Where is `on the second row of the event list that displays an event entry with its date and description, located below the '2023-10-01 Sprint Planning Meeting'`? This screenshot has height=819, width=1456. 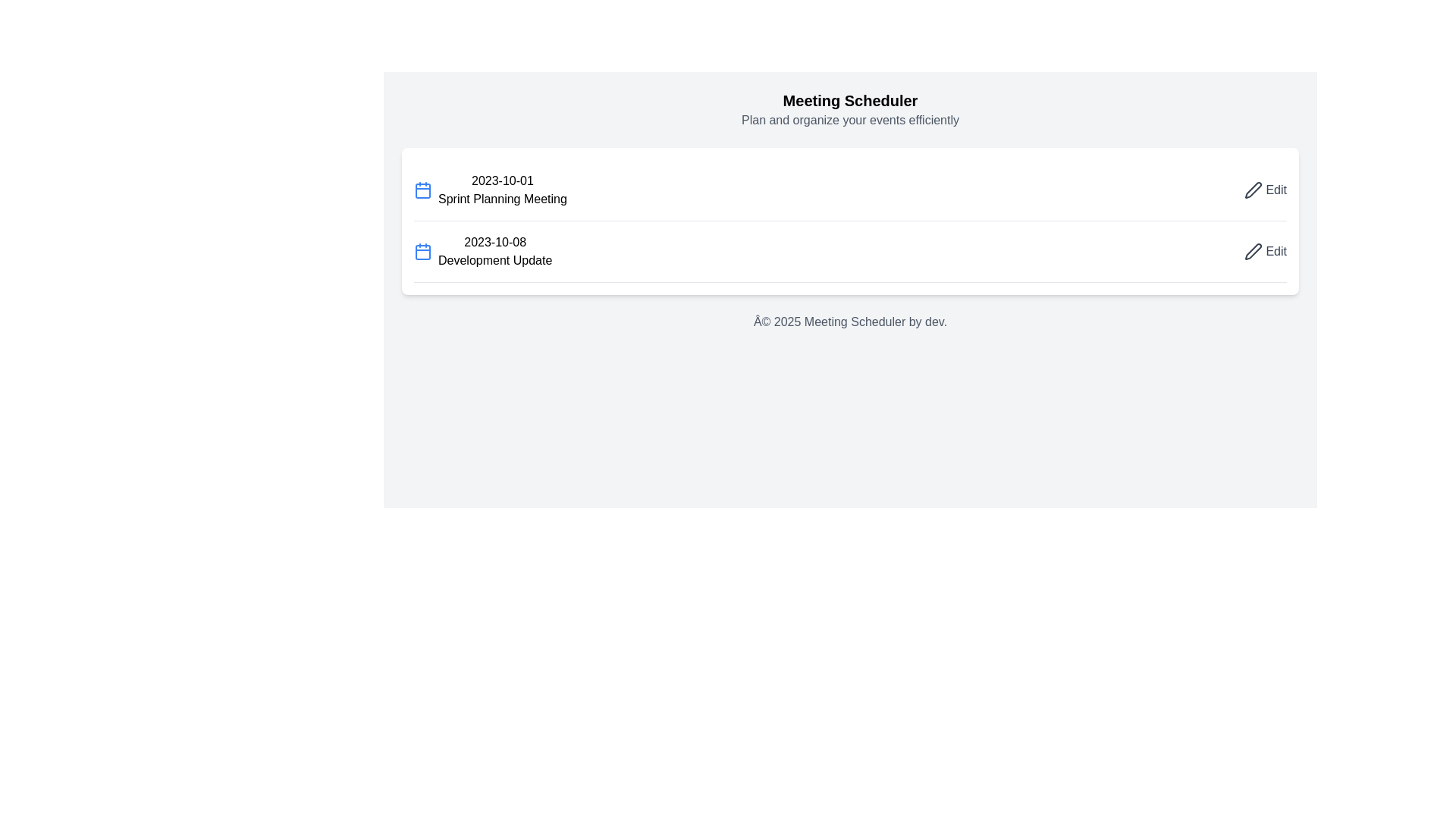
on the second row of the event list that displays an event entry with its date and description, located below the '2023-10-01 Sprint Planning Meeting' is located at coordinates (850, 251).